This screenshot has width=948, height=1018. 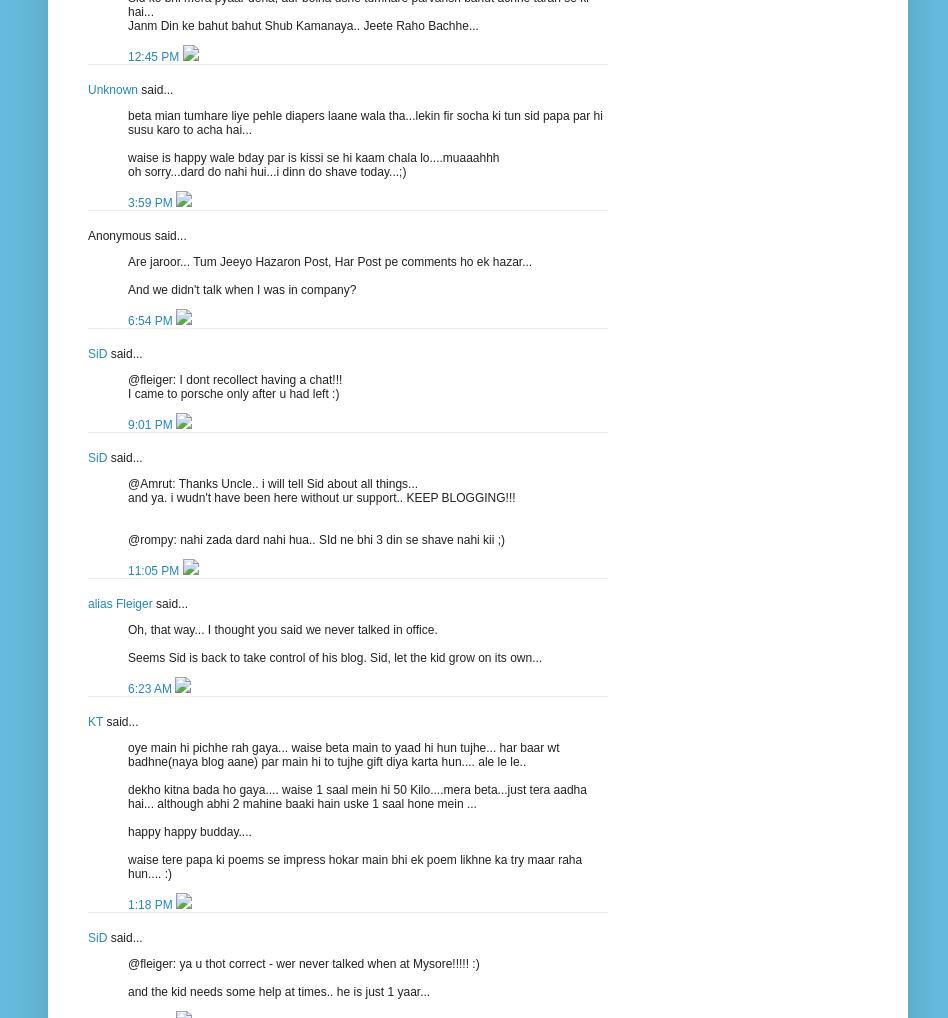 I want to click on '9:01 PM', so click(x=150, y=422).